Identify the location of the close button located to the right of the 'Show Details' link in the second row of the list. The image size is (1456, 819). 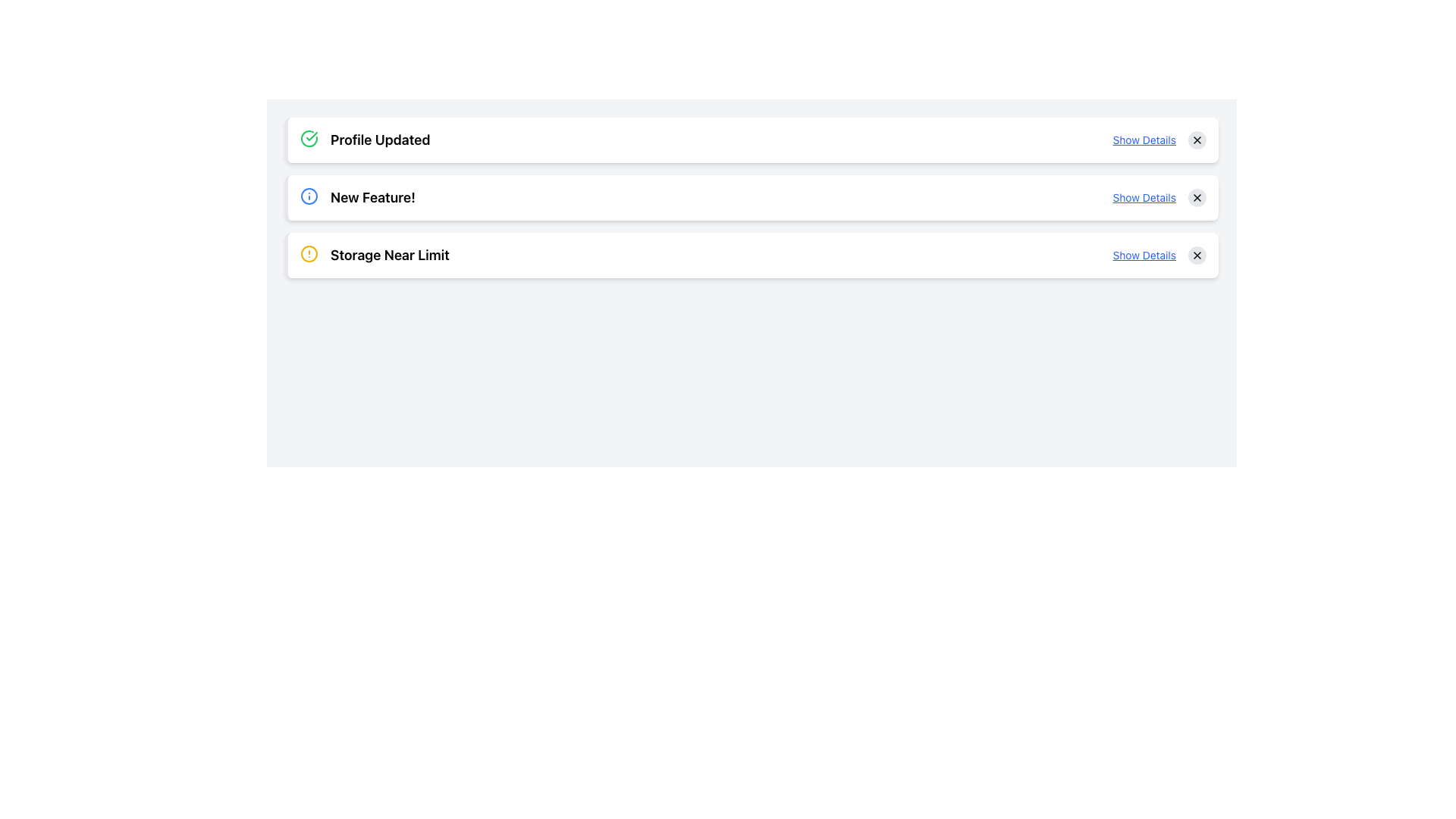
(1197, 197).